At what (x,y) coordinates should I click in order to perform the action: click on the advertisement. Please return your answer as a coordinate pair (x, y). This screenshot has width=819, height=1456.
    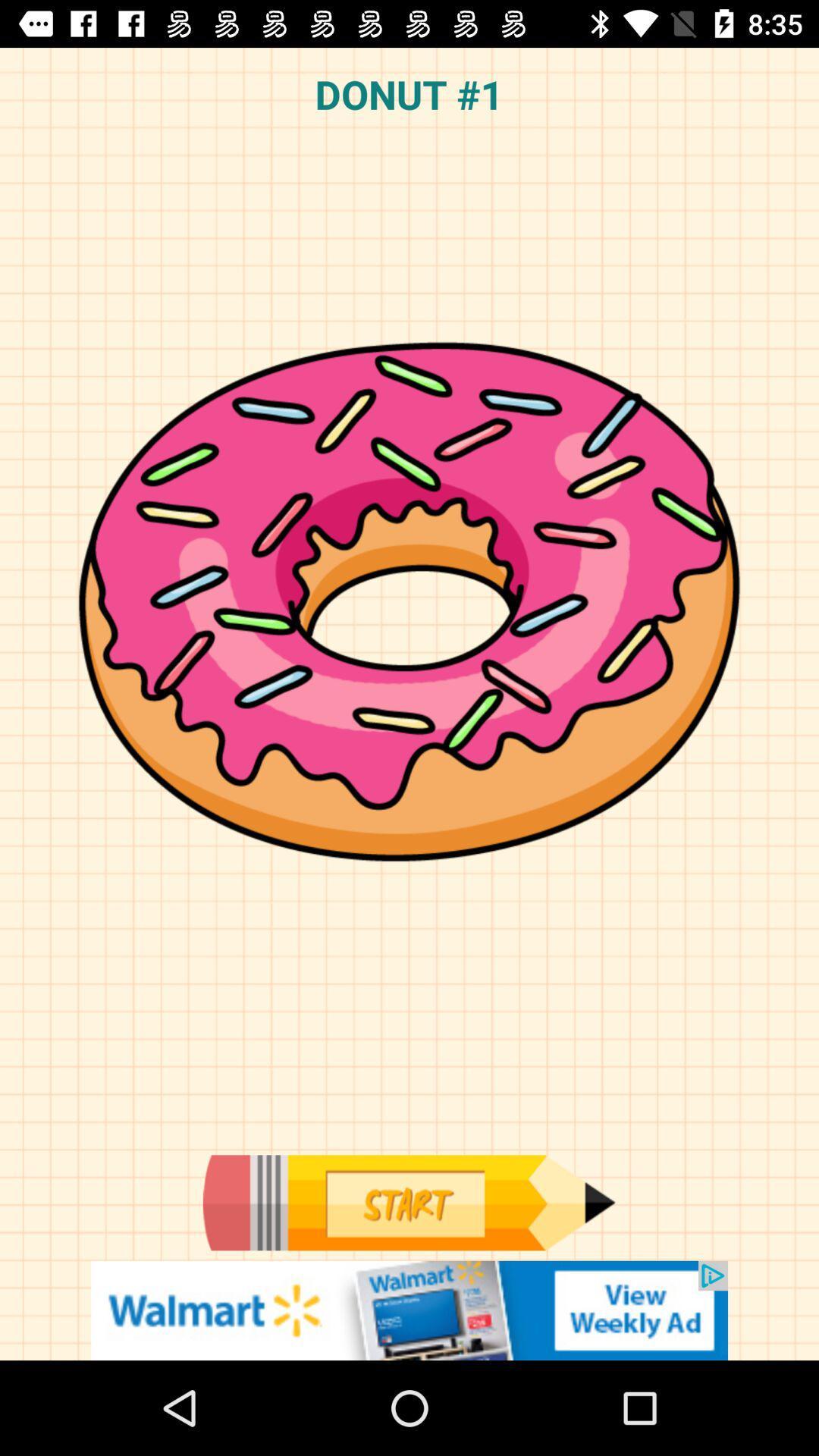
    Looking at the image, I should click on (409, 1310).